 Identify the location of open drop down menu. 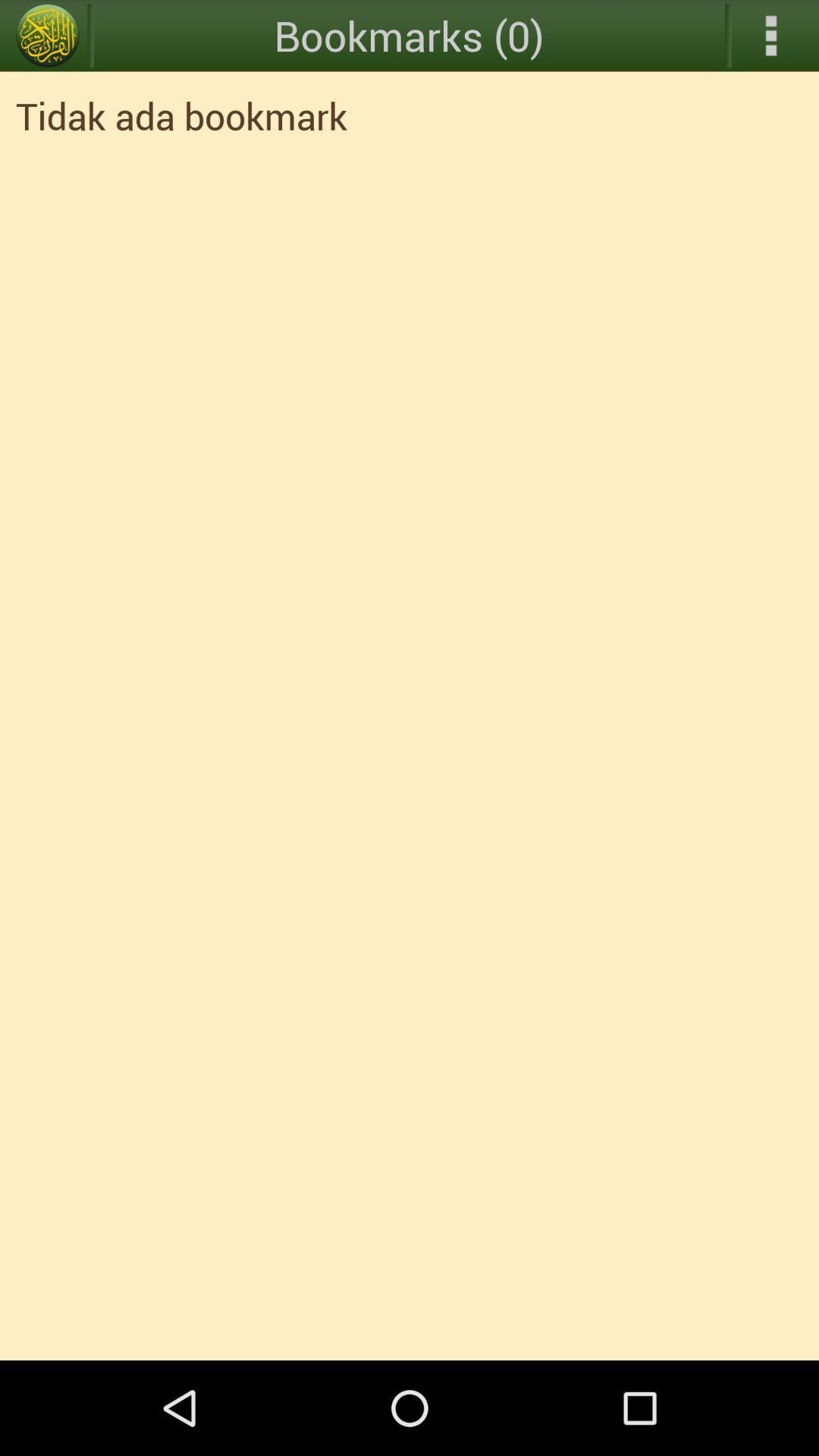
(771, 36).